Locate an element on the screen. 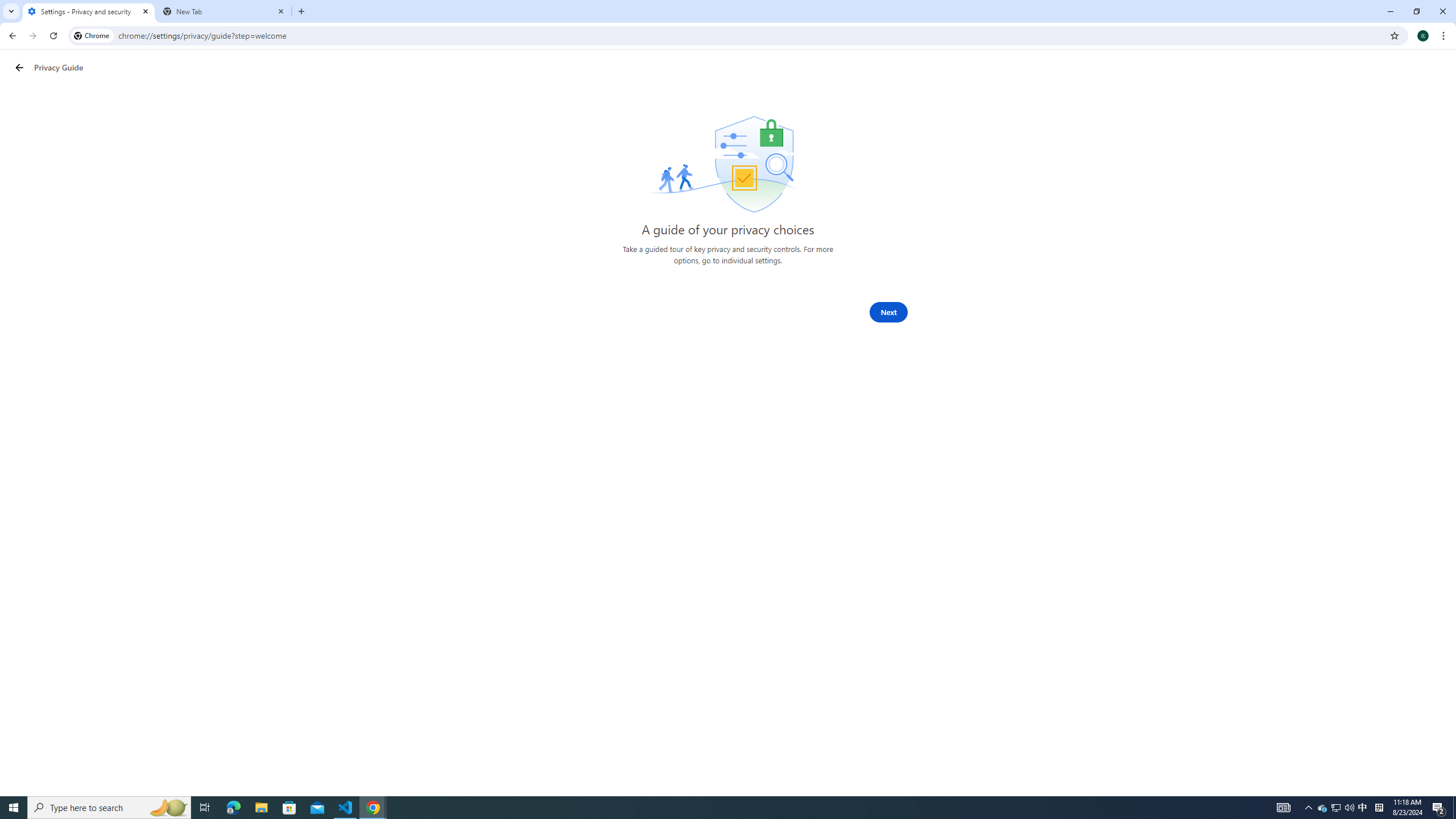 The width and height of the screenshot is (1456, 819). 'Next' is located at coordinates (888, 312).